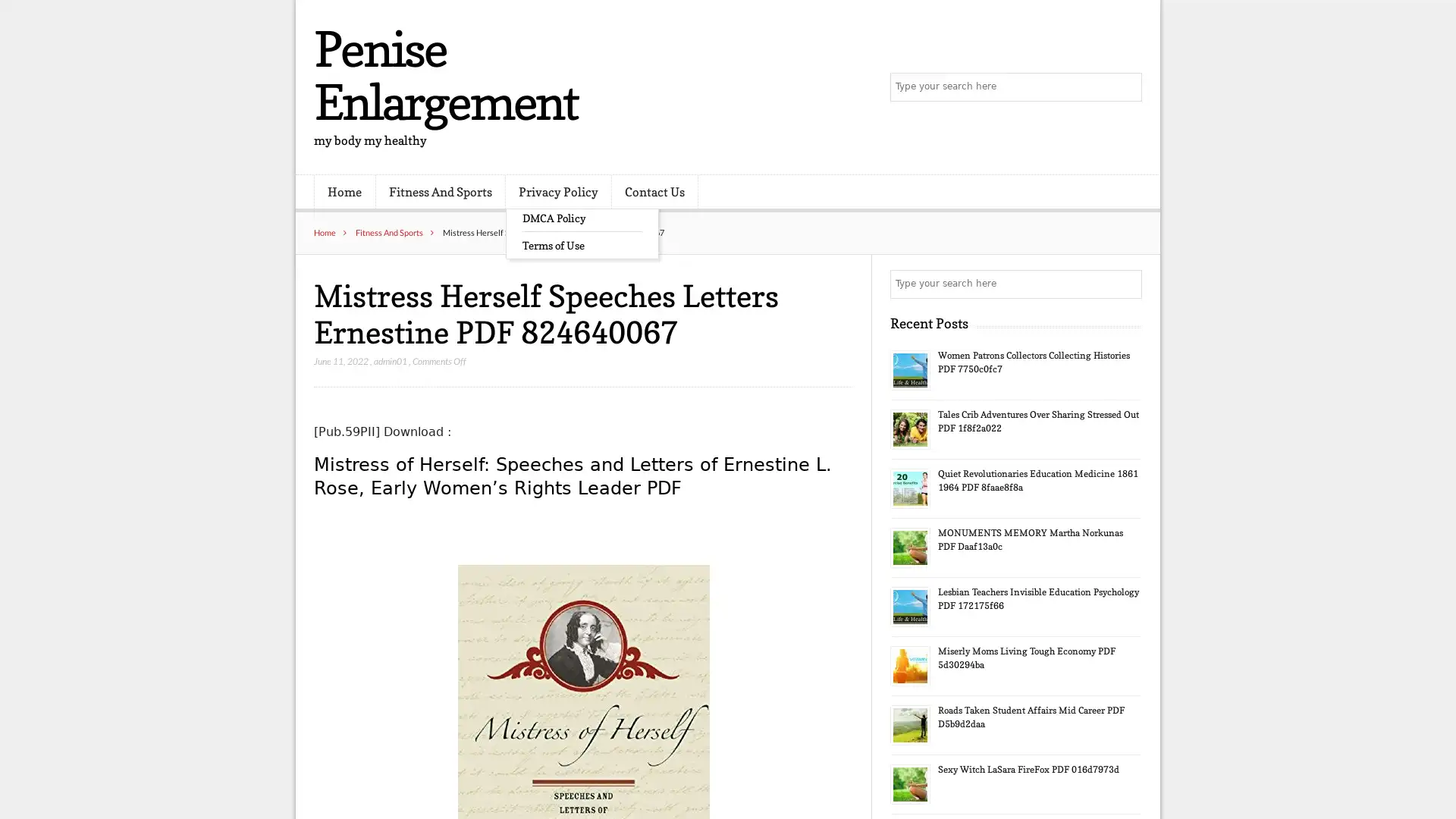 Image resolution: width=1456 pixels, height=819 pixels. I want to click on Search, so click(1126, 284).